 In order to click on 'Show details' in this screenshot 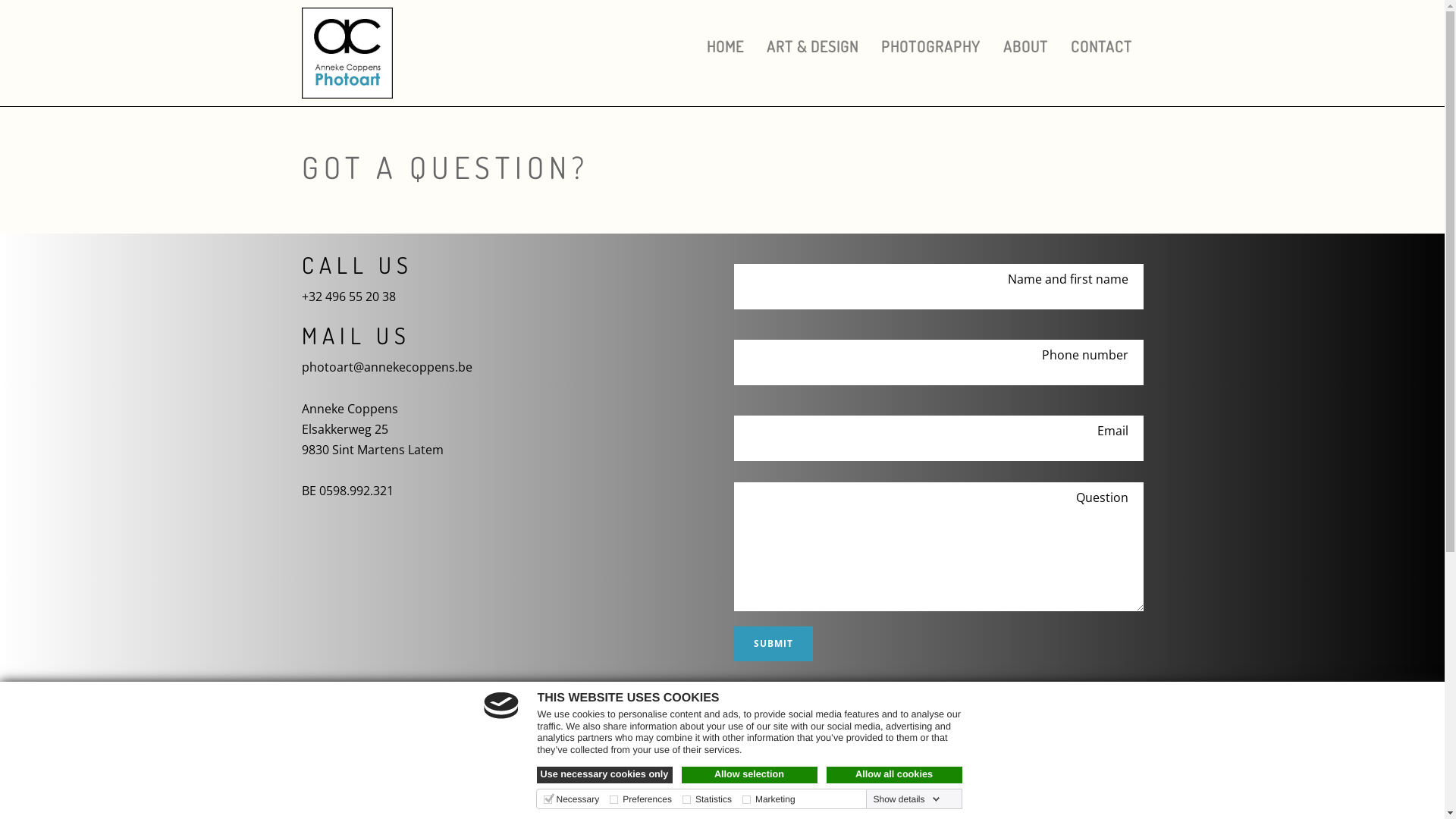, I will do `click(906, 798)`.